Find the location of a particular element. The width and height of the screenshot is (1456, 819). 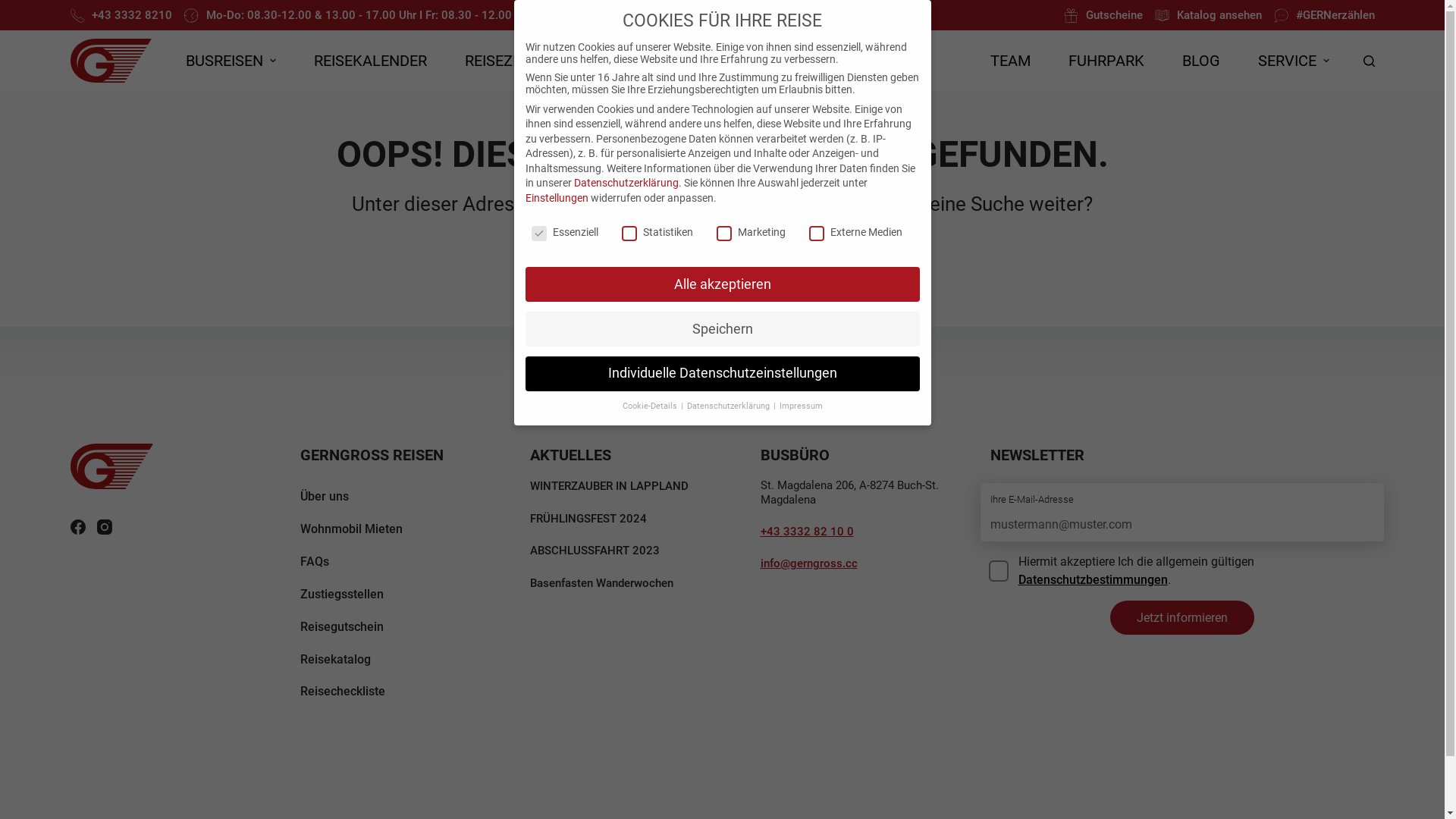

'Reisegutschein' is located at coordinates (300, 626).